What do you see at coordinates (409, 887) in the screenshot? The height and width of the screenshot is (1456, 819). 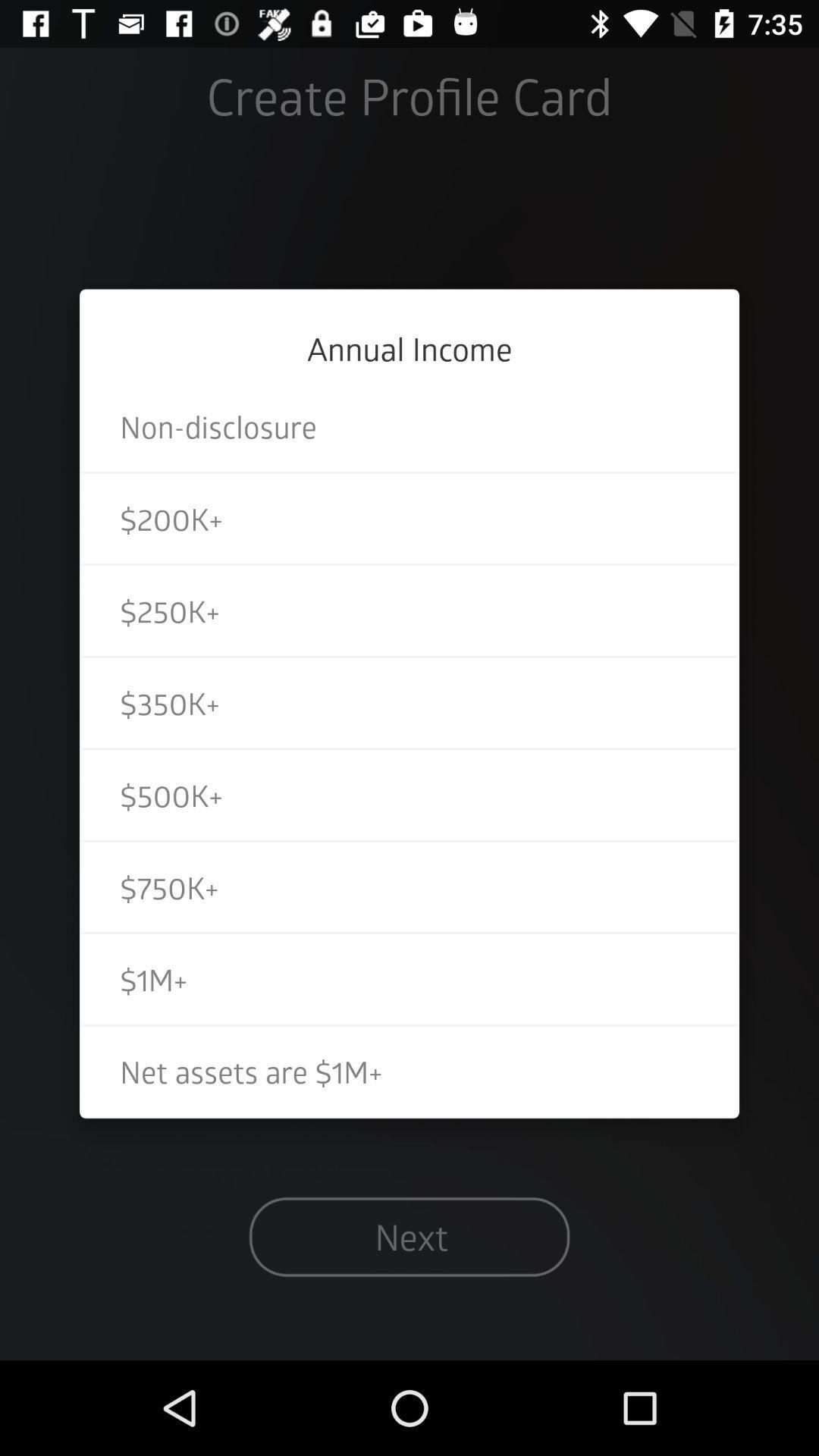 I see `icon above the $1m+ icon` at bounding box center [409, 887].